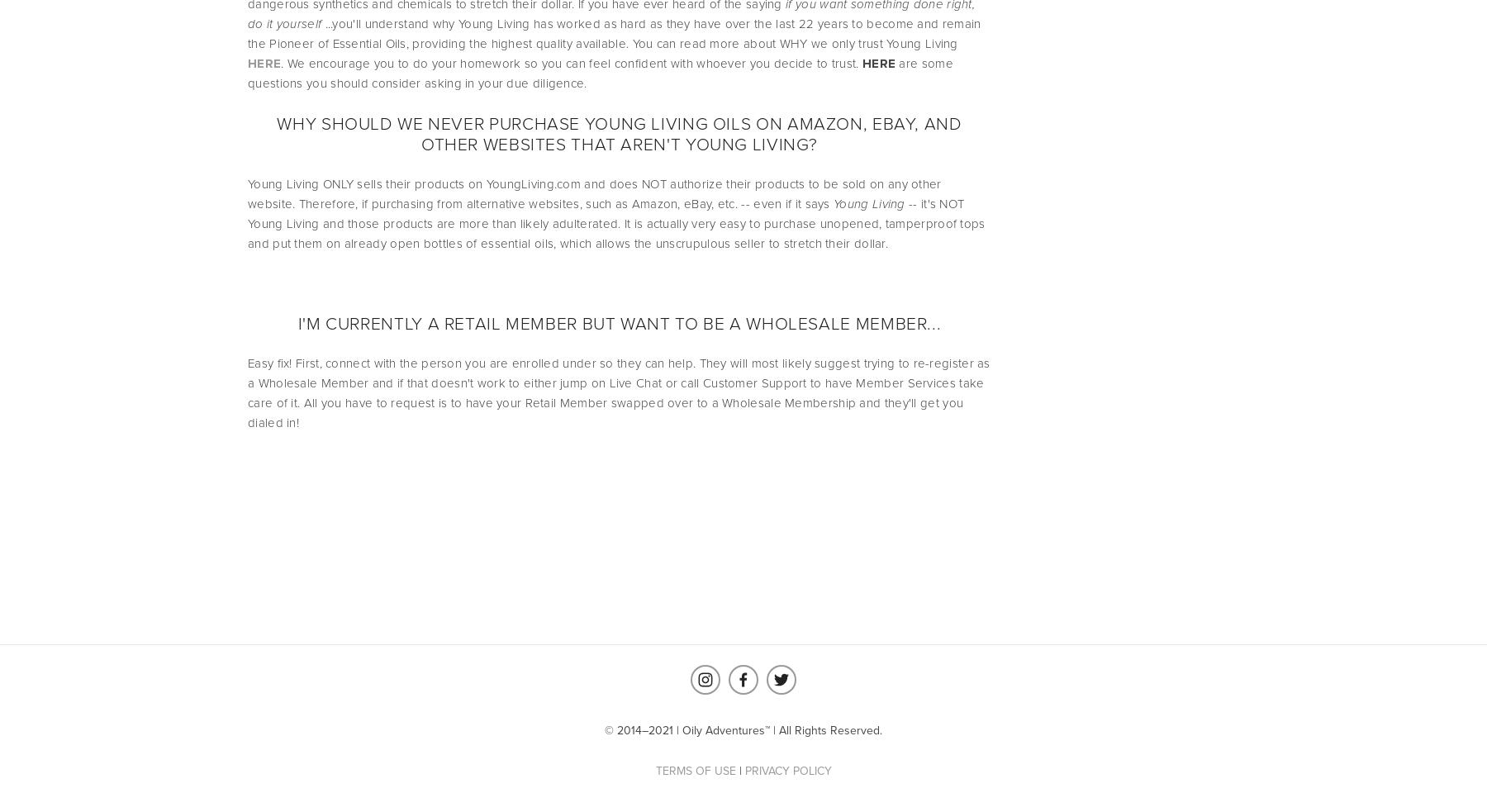 Image resolution: width=1487 pixels, height=812 pixels. Describe the element at coordinates (620, 132) in the screenshot. I see `'WHY SHOULD WE NEVER PURCHASE YOUNG LIVING OILS ON AMAZON, EBAY, AND OTHER WEBSITES THAT AREN'T YOUNG LIVING?'` at that location.